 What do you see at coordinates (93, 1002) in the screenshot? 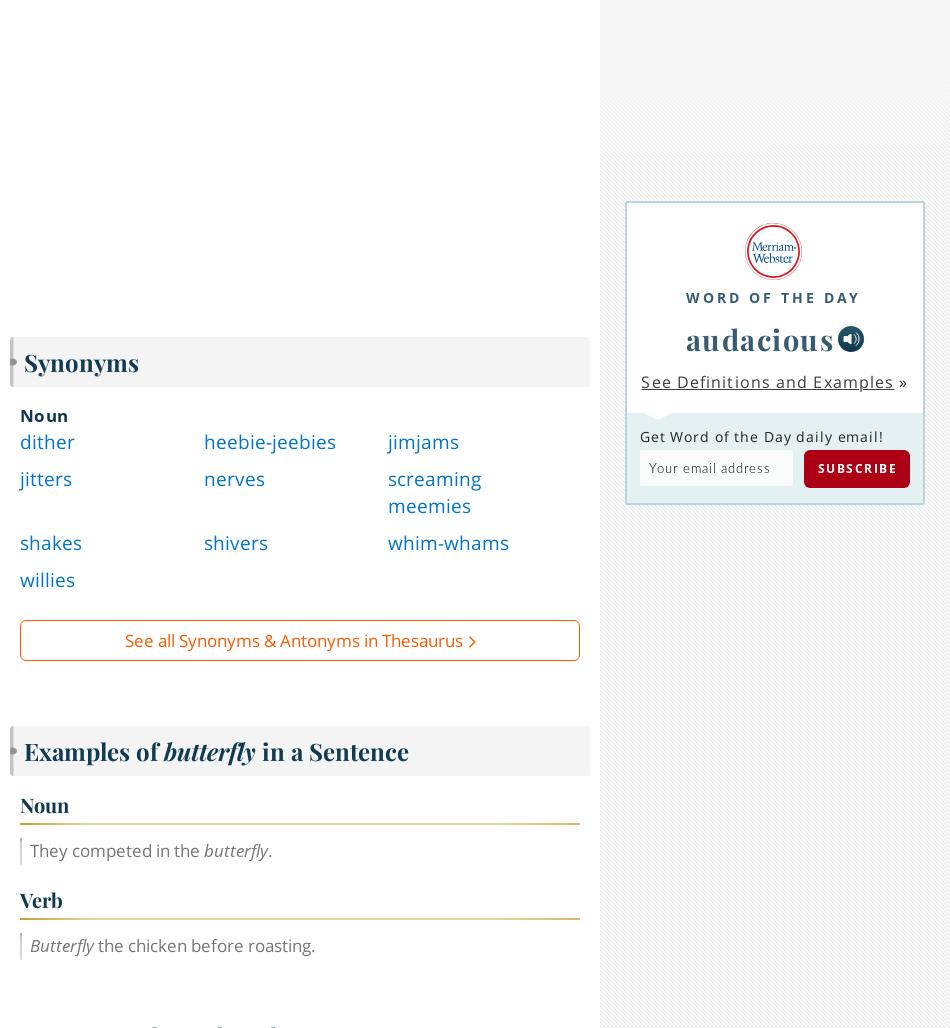
I see `'Home'` at bounding box center [93, 1002].